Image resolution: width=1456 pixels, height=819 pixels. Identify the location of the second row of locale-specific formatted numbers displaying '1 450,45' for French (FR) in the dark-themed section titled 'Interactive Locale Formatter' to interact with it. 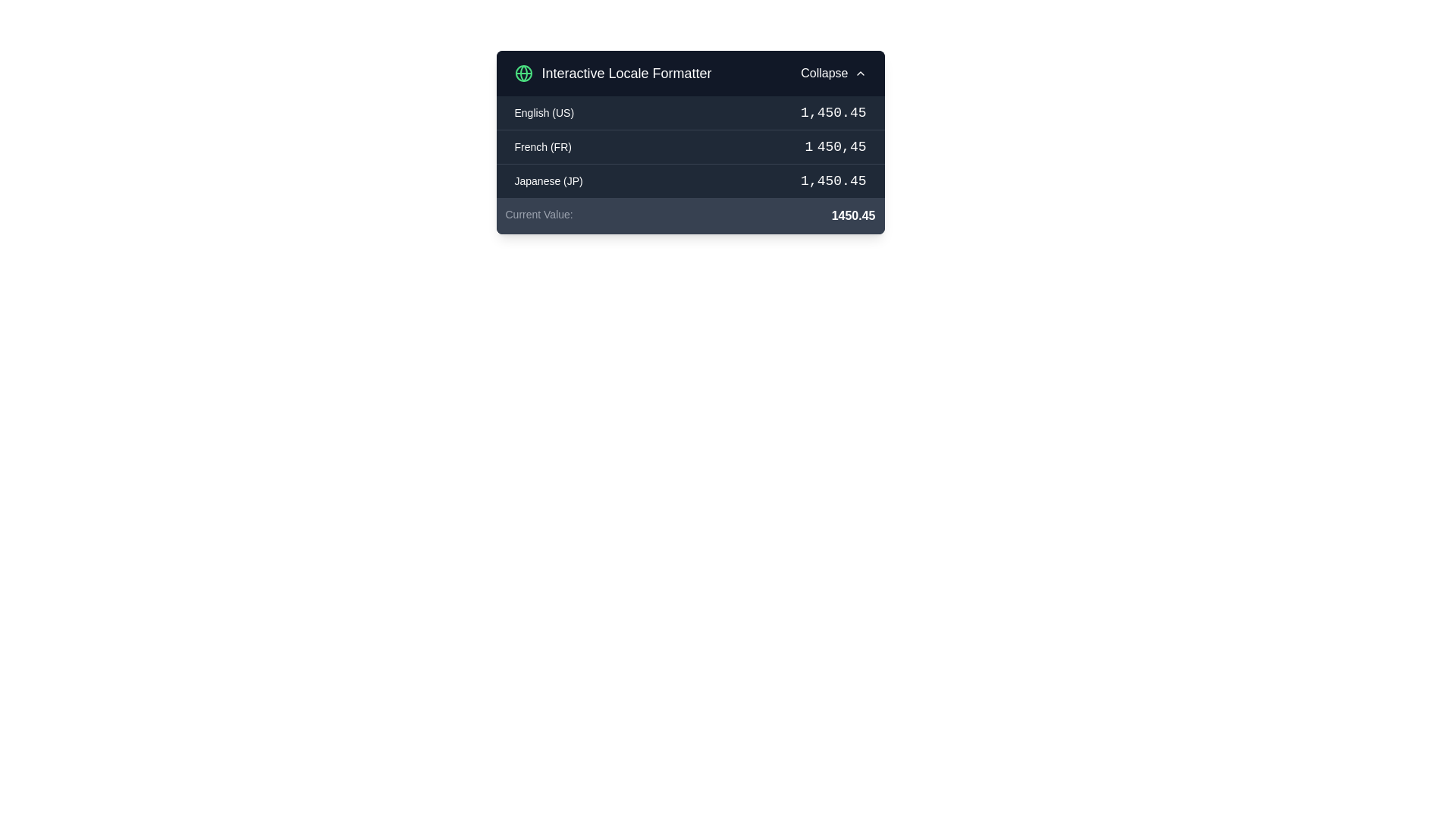
(689, 143).